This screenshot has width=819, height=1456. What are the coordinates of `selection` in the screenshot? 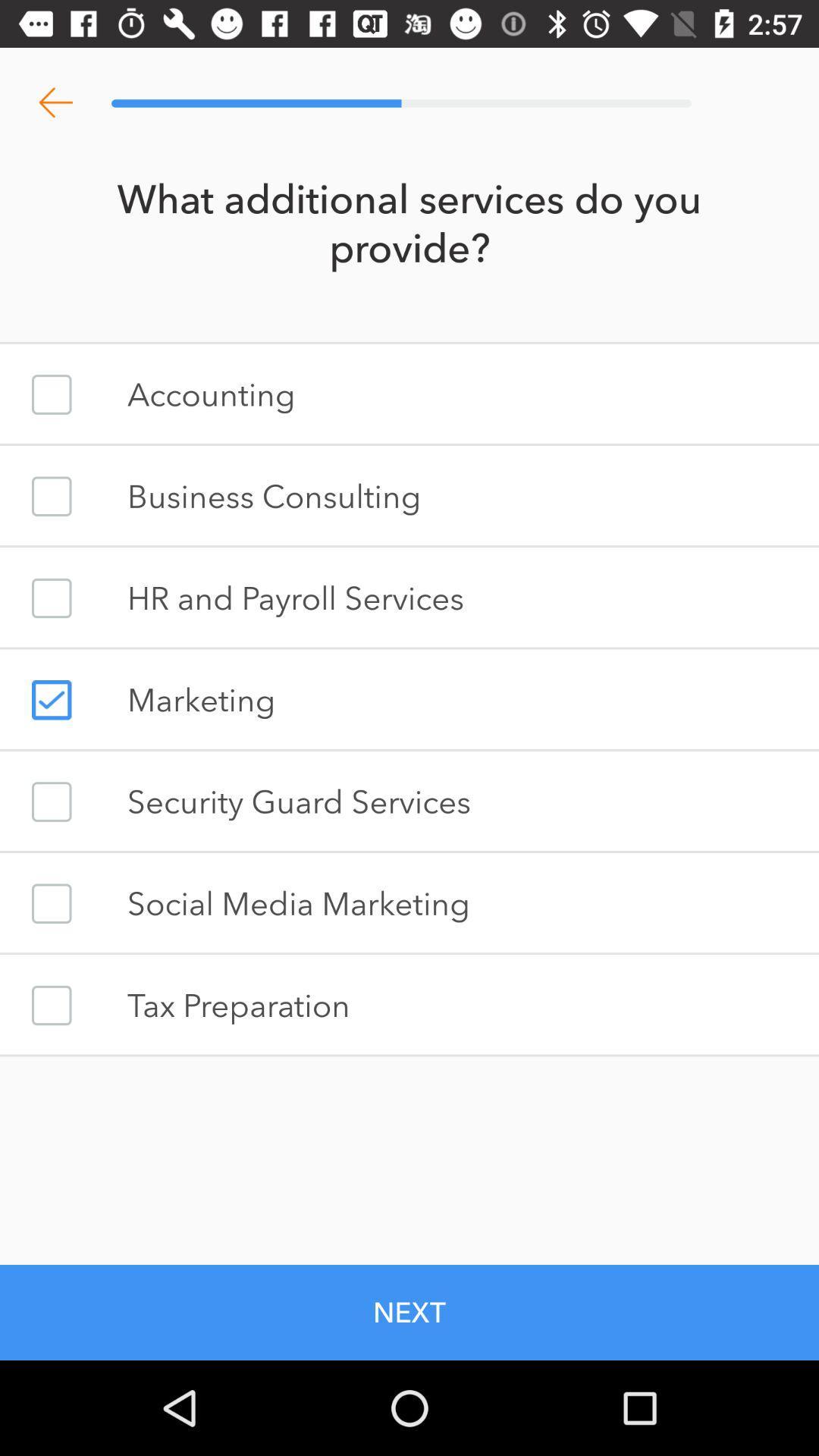 It's located at (51, 699).